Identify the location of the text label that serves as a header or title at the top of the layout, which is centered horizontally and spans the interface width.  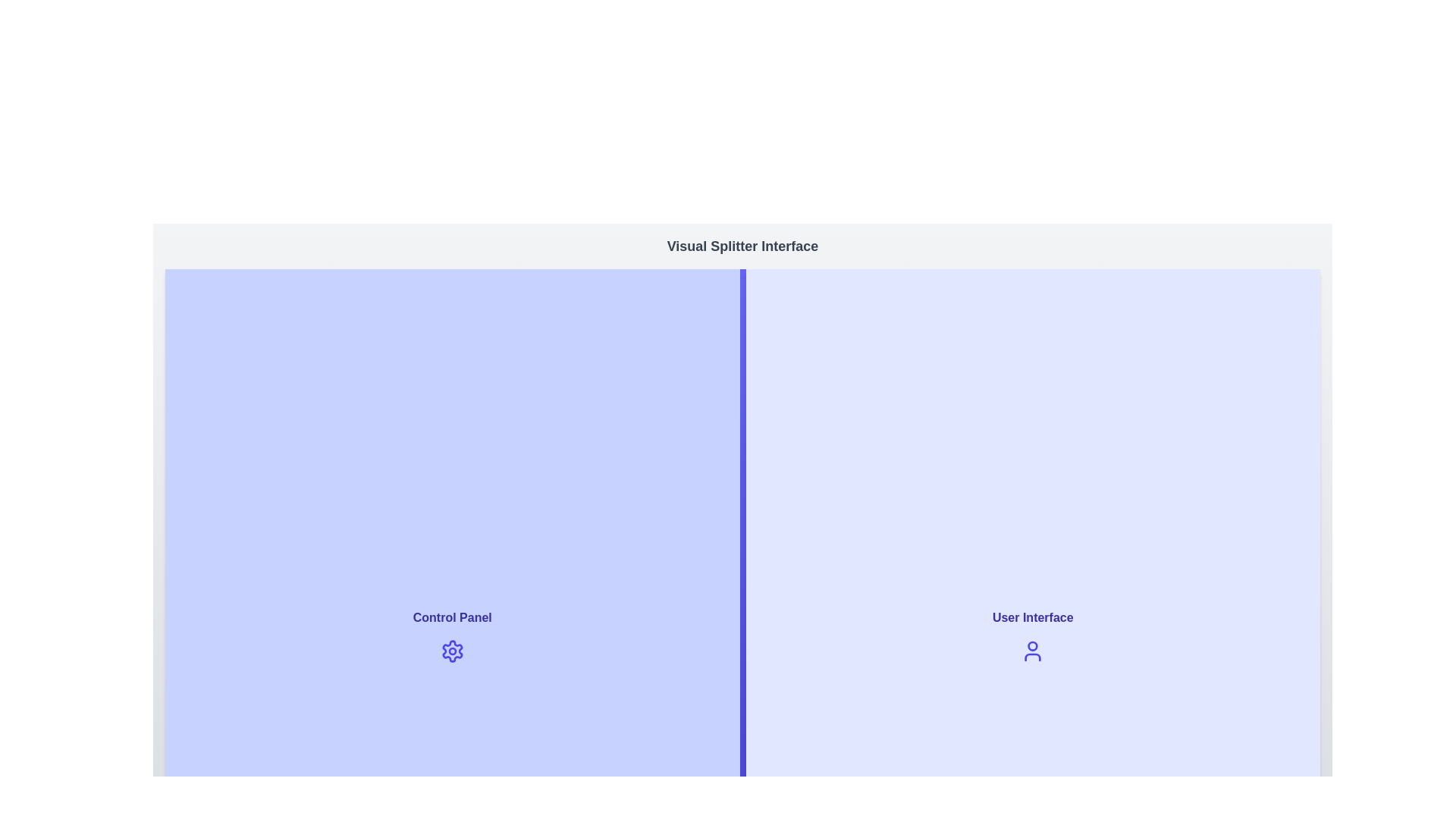
(742, 245).